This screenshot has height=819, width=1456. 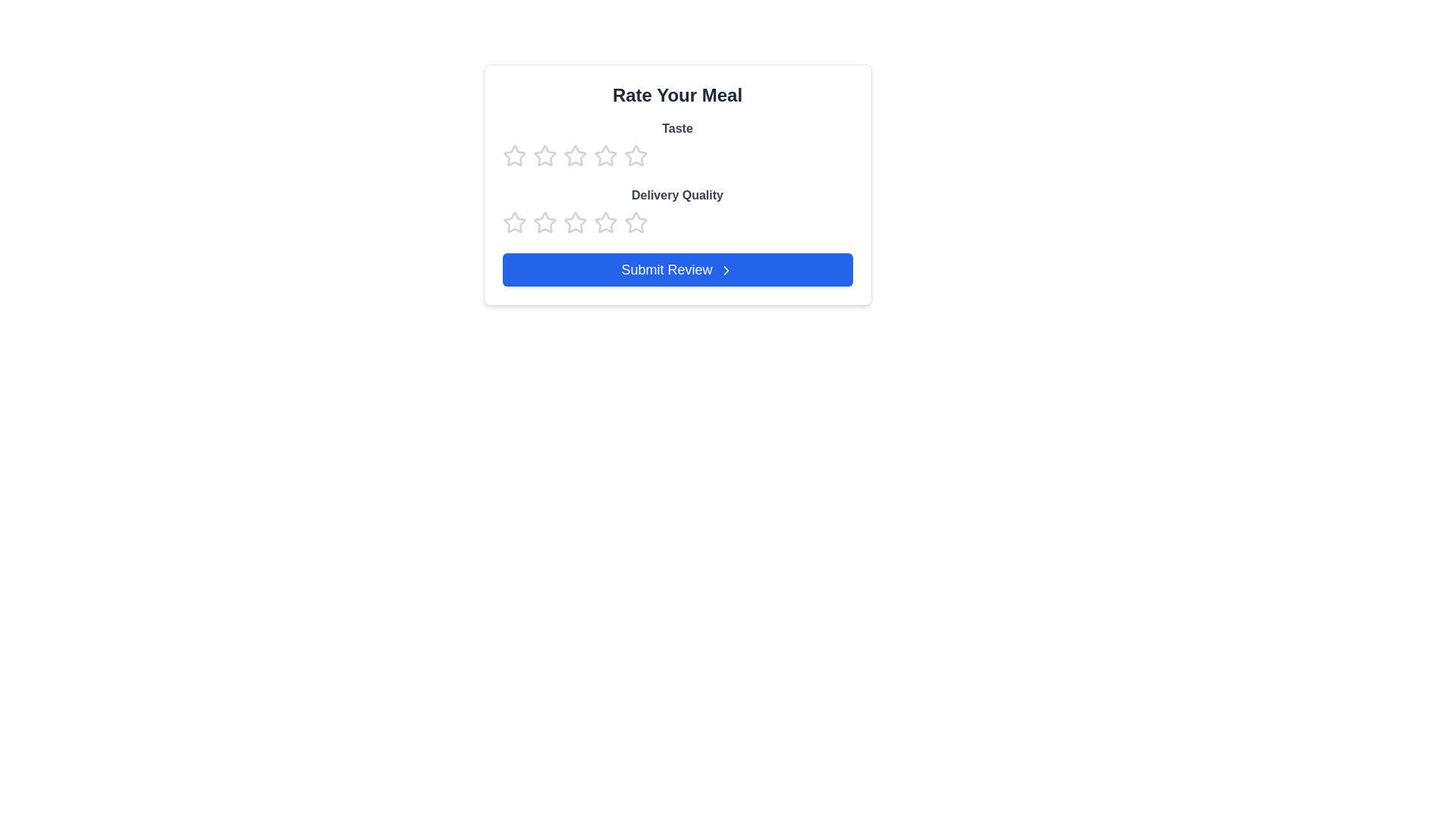 What do you see at coordinates (544, 222) in the screenshot?
I see `the second star in the 'Delivery Quality' rating row` at bounding box center [544, 222].